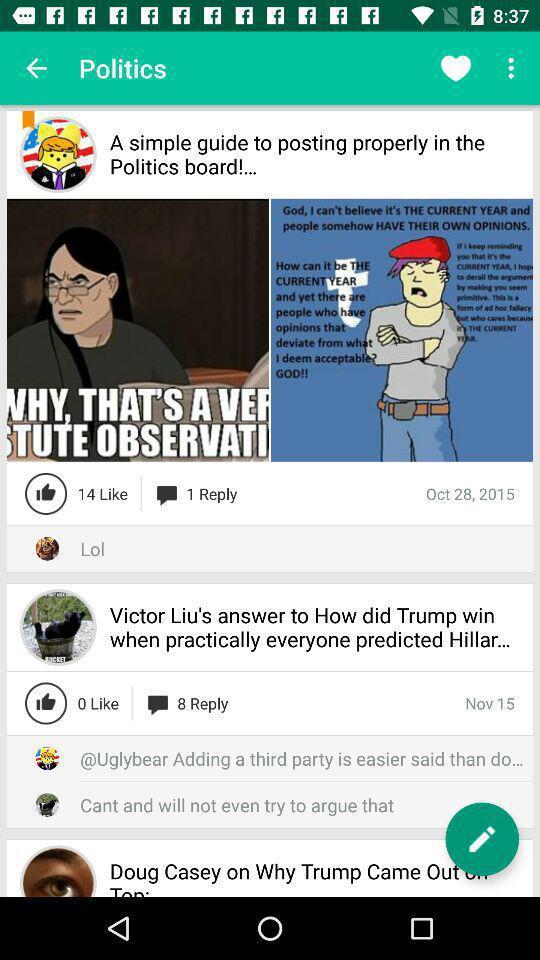 The image size is (540, 960). Describe the element at coordinates (36, 68) in the screenshot. I see `the icon to the left of the politics app` at that location.